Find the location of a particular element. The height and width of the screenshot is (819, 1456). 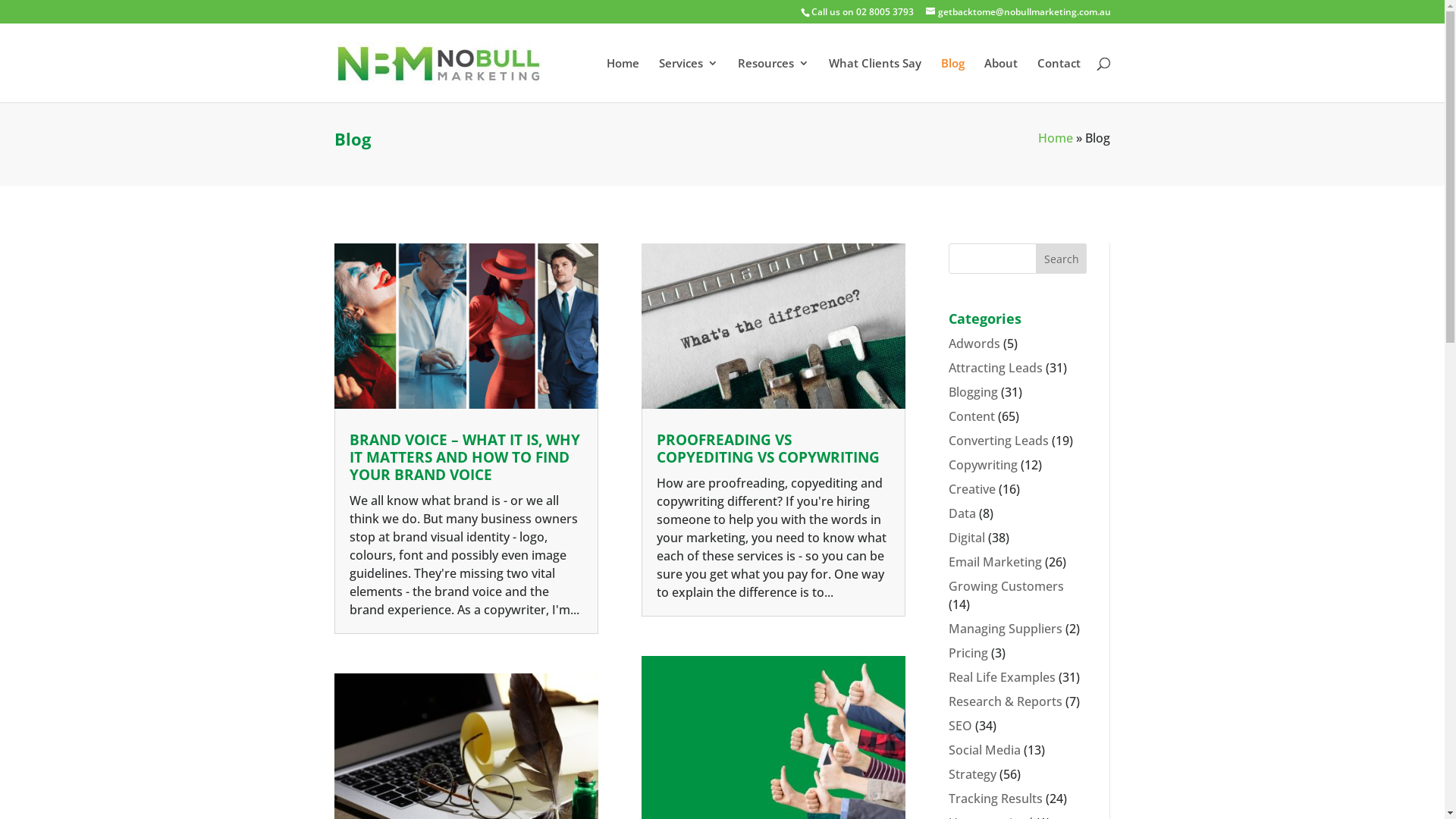

'Creative' is located at coordinates (971, 488).